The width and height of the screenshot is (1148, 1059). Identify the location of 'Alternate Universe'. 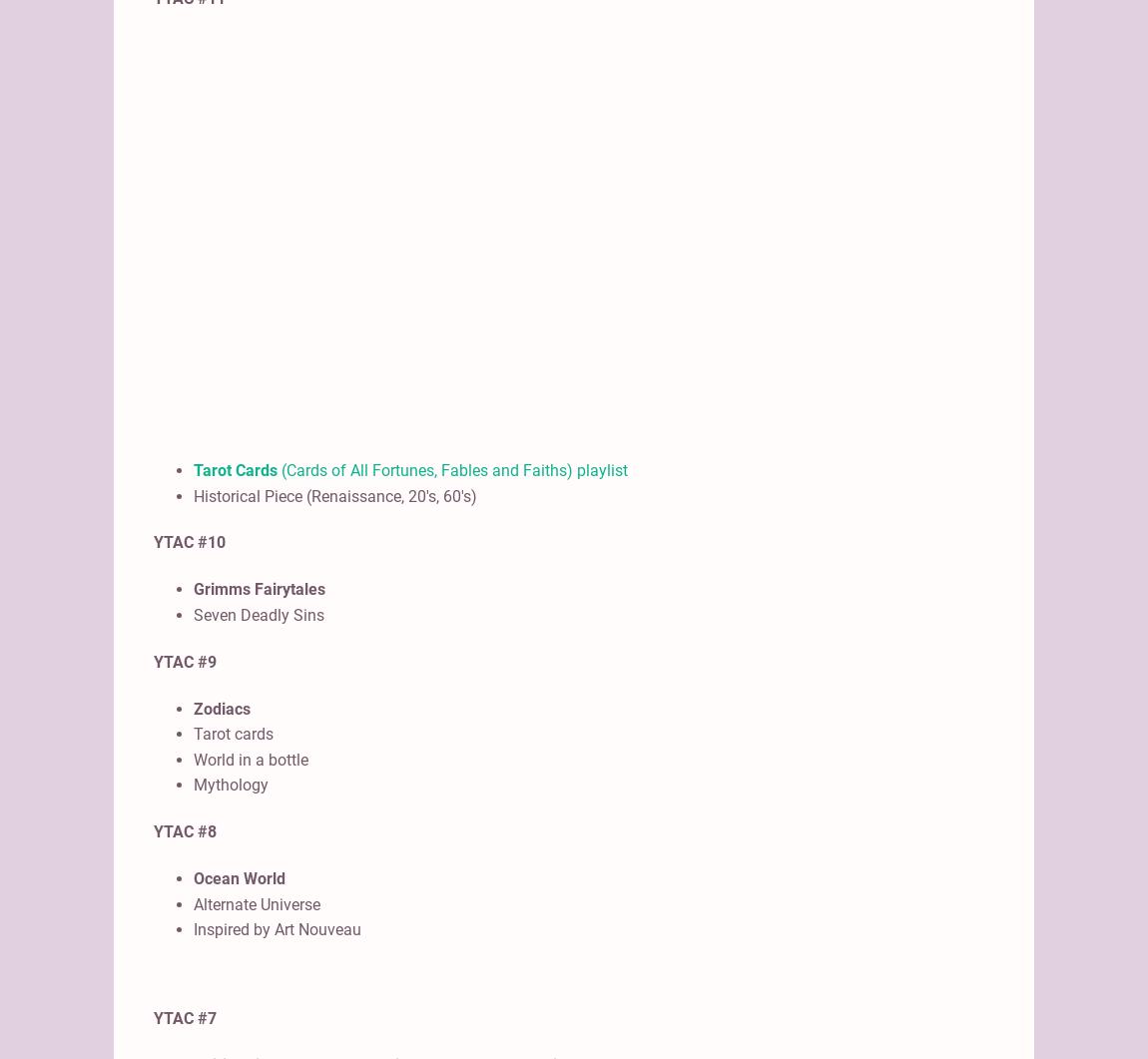
(256, 902).